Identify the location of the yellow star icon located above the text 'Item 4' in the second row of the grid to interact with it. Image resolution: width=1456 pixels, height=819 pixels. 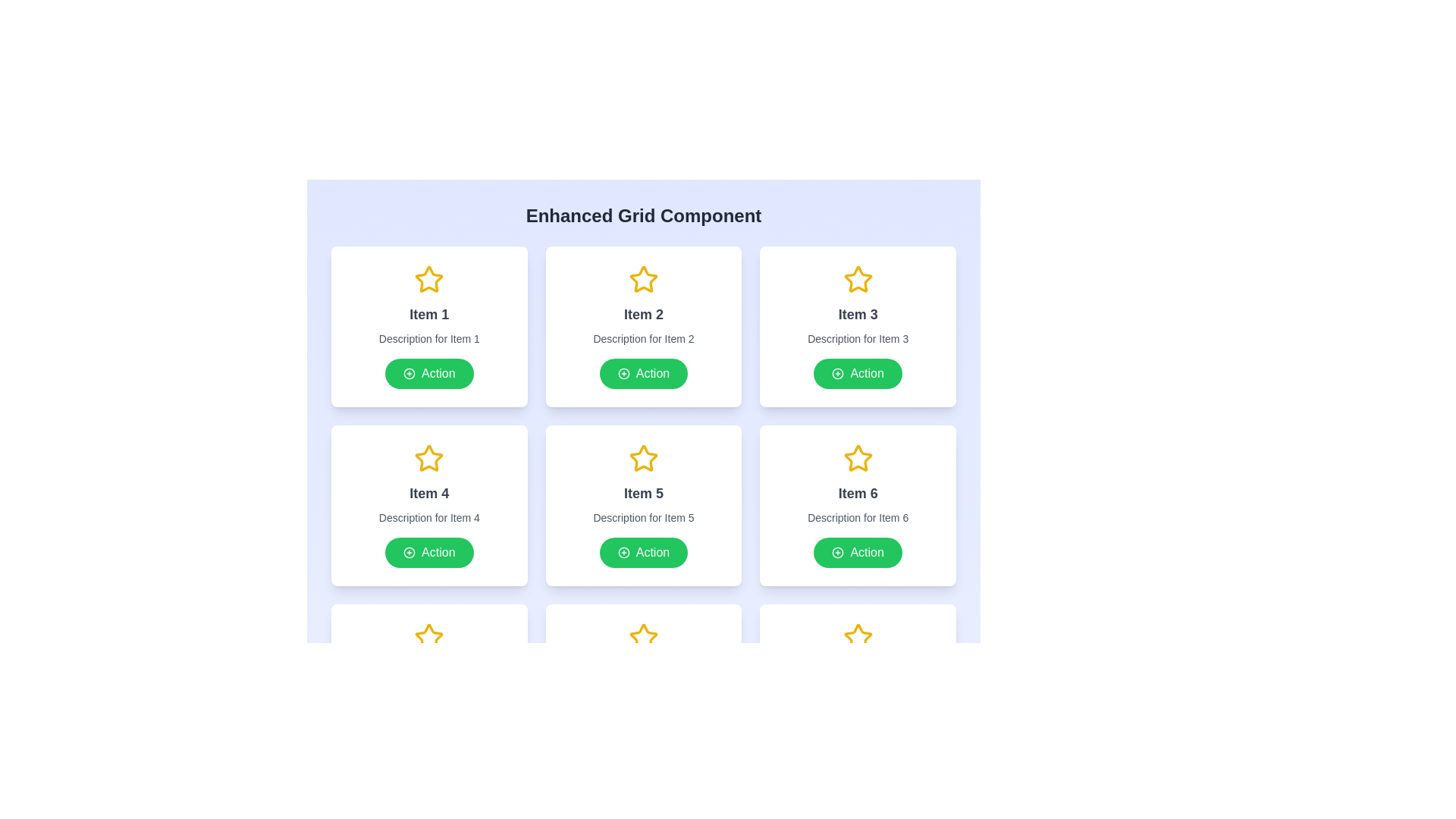
(428, 457).